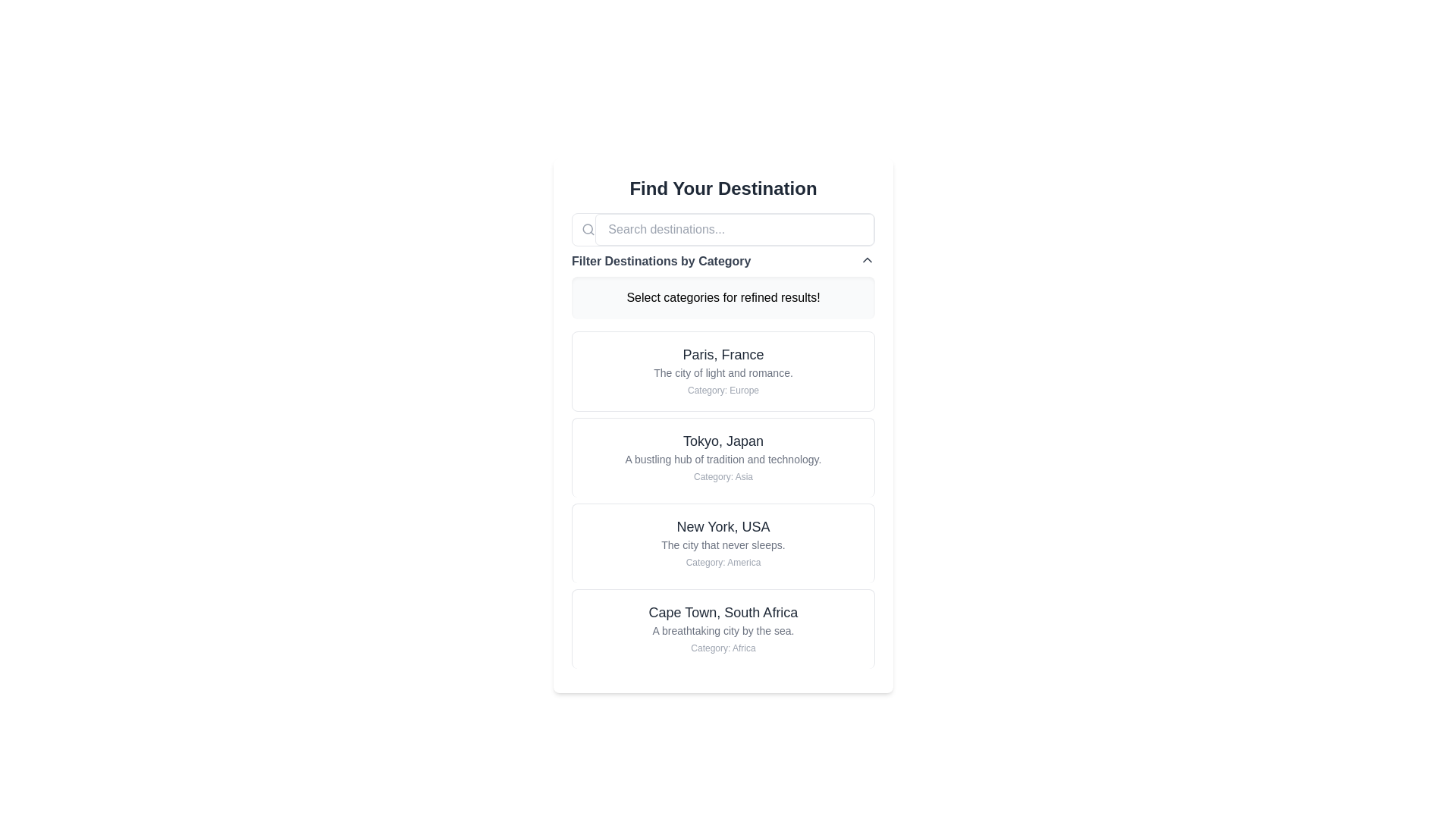  I want to click on the small upward-pointing chevron icon located at the right end of the 'Filter Destinations by Category' label, so click(867, 259).